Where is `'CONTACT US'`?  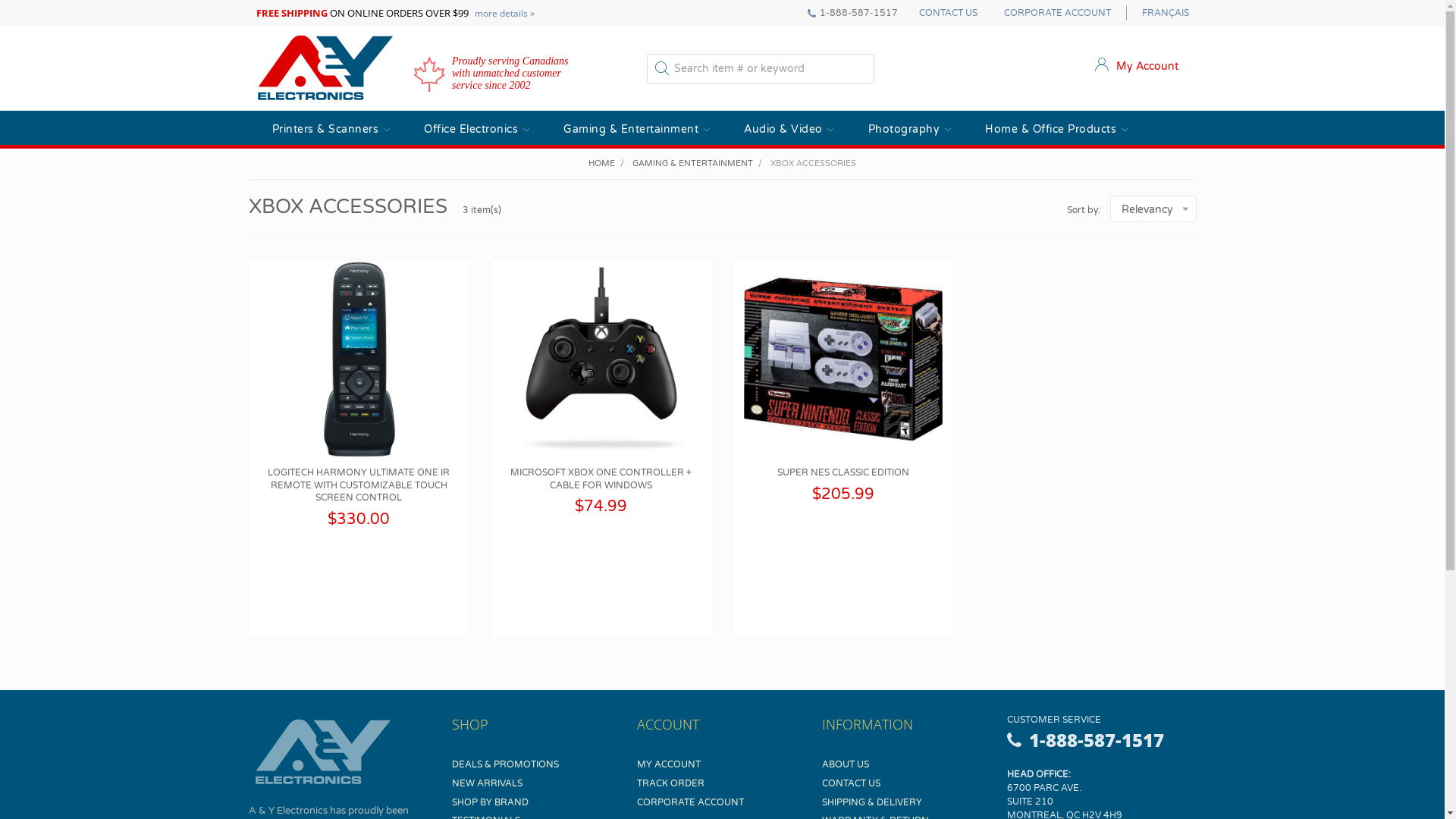
'CONTACT US' is located at coordinates (947, 12).